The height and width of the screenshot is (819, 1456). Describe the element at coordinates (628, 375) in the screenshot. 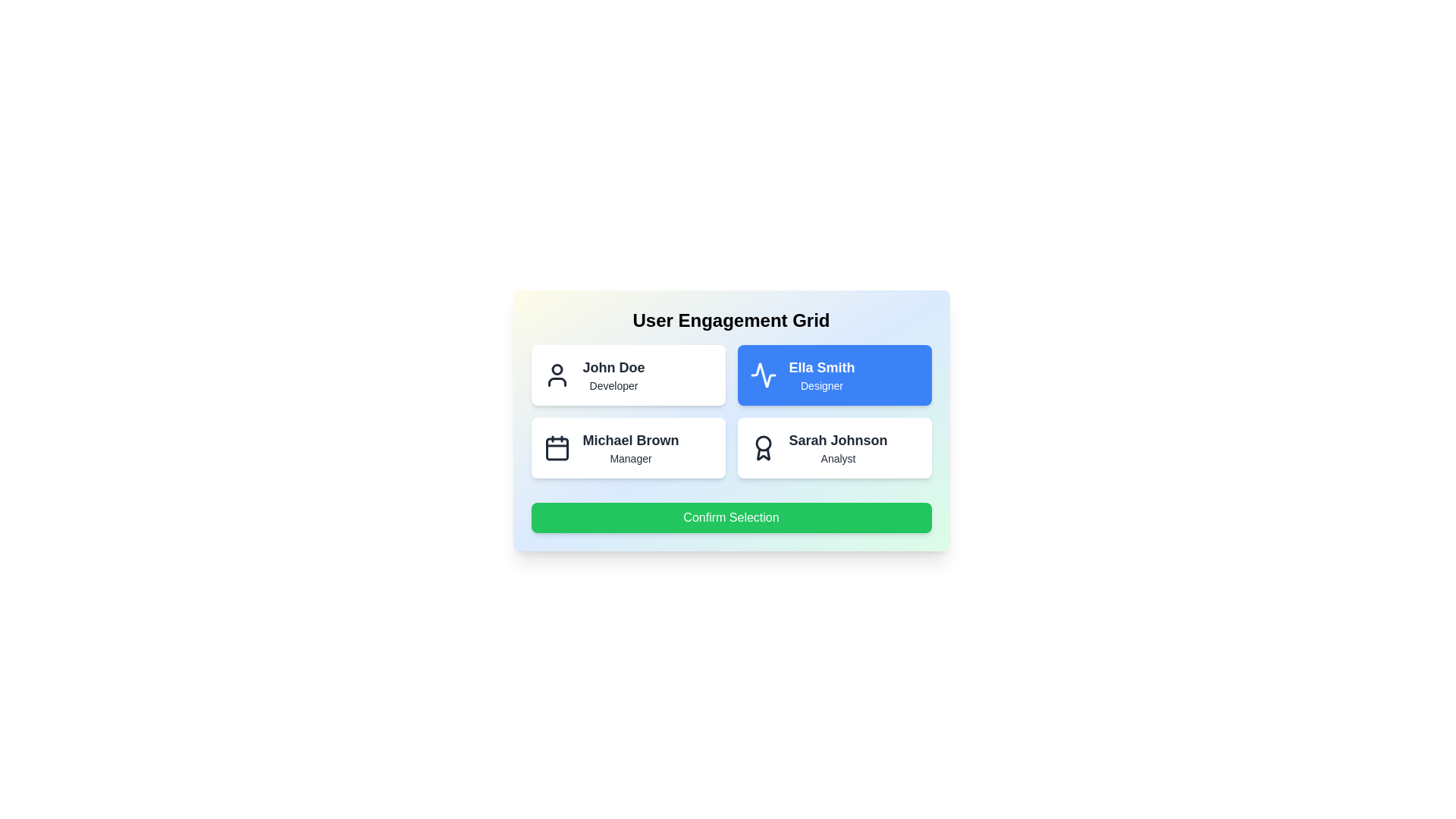

I see `the user card for John Doe` at that location.